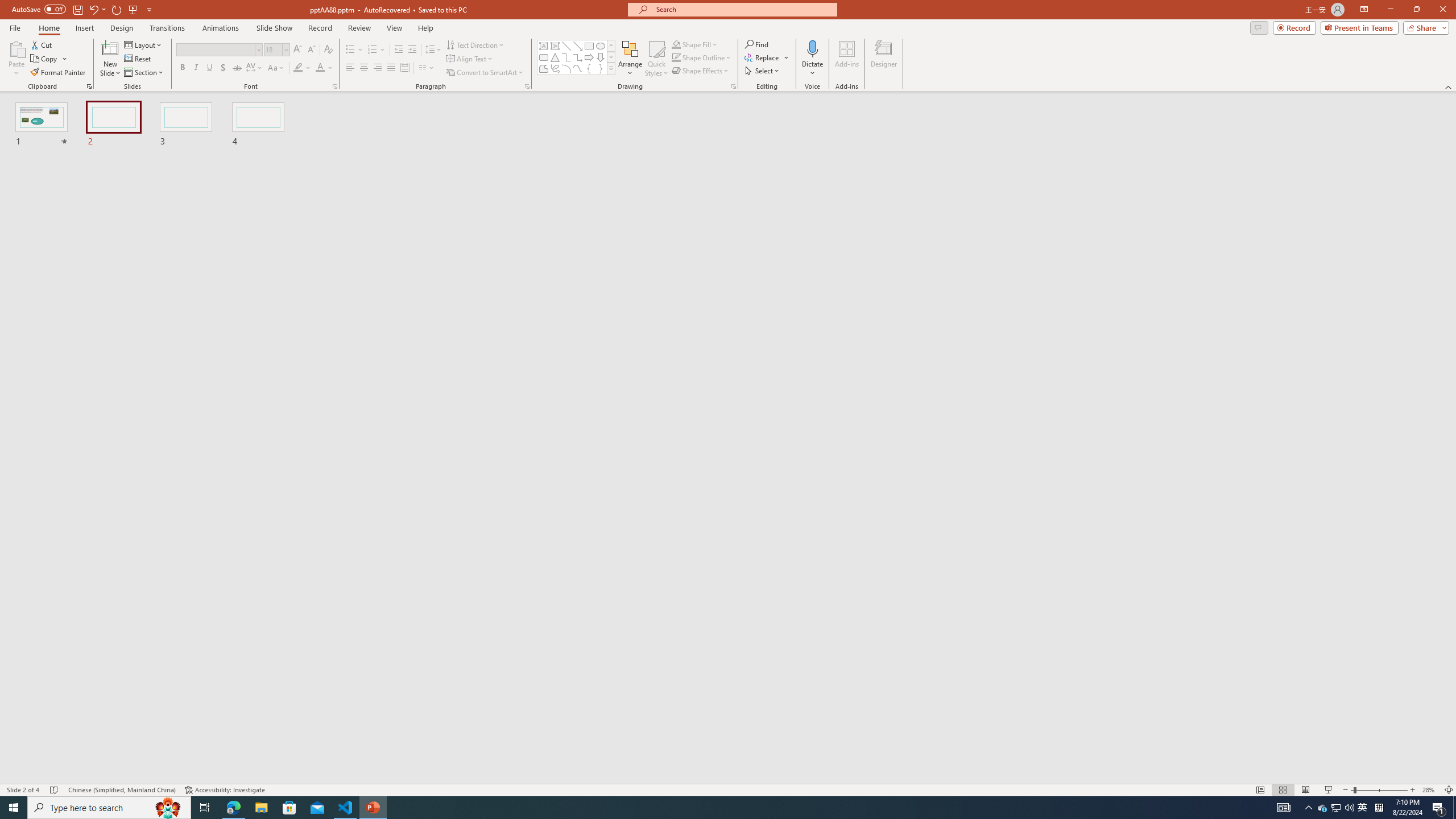 This screenshot has height=819, width=1456. What do you see at coordinates (565, 56) in the screenshot?
I see `'Connector: Elbow'` at bounding box center [565, 56].